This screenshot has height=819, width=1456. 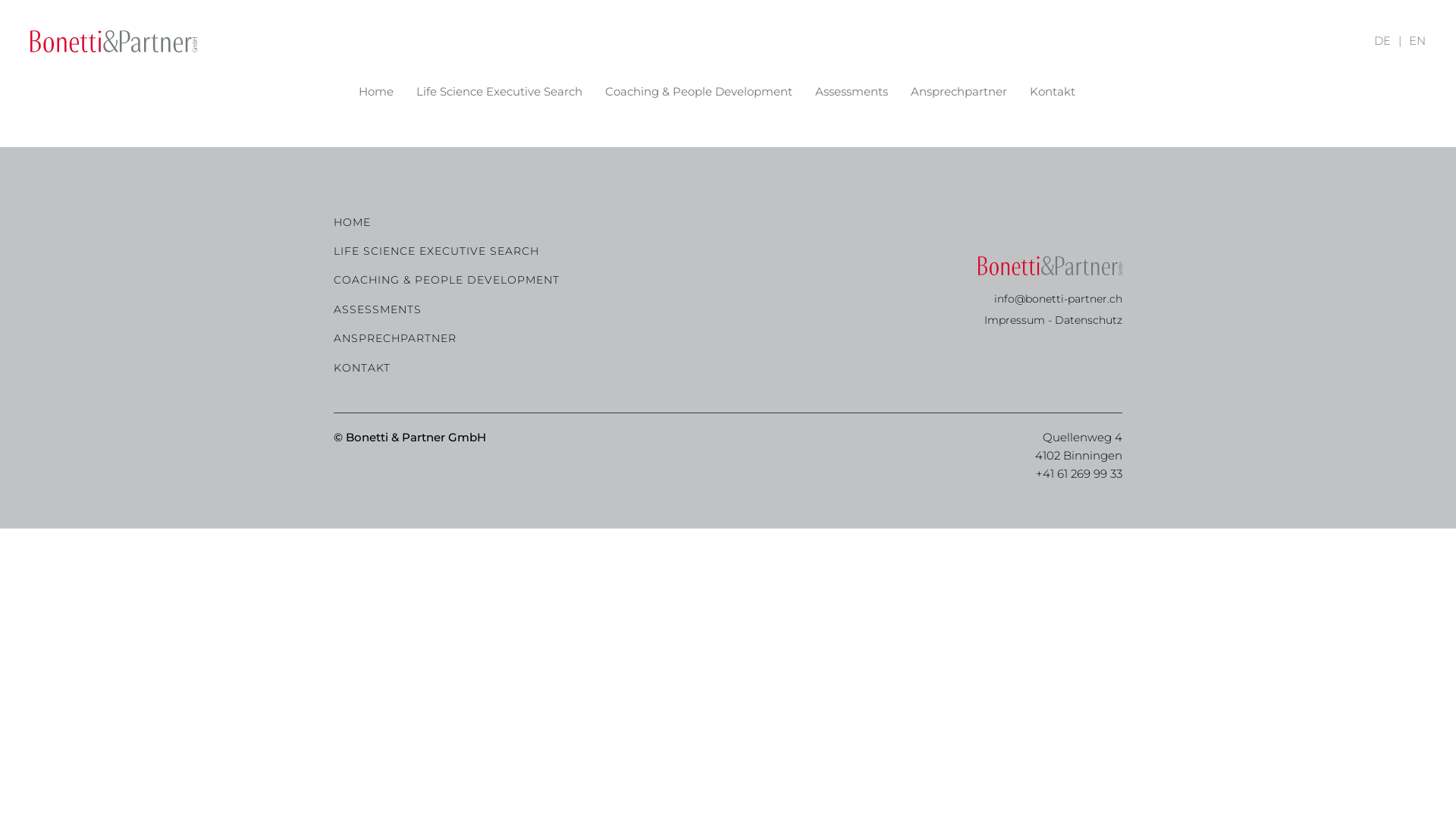 What do you see at coordinates (604, 91) in the screenshot?
I see `'Coaching & People Development'` at bounding box center [604, 91].